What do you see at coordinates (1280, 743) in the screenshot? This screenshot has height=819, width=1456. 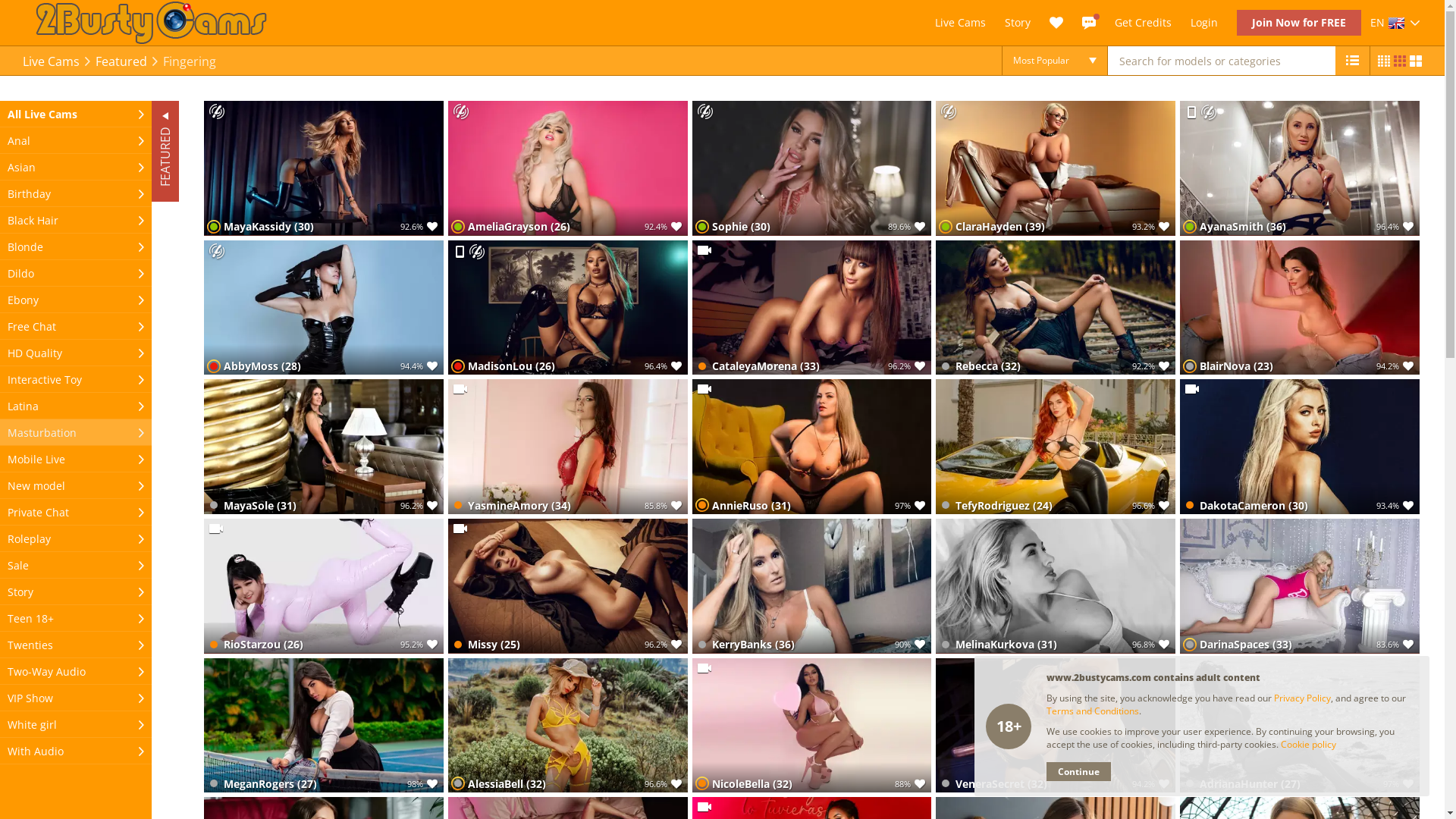 I see `'Cookie policy'` at bounding box center [1280, 743].